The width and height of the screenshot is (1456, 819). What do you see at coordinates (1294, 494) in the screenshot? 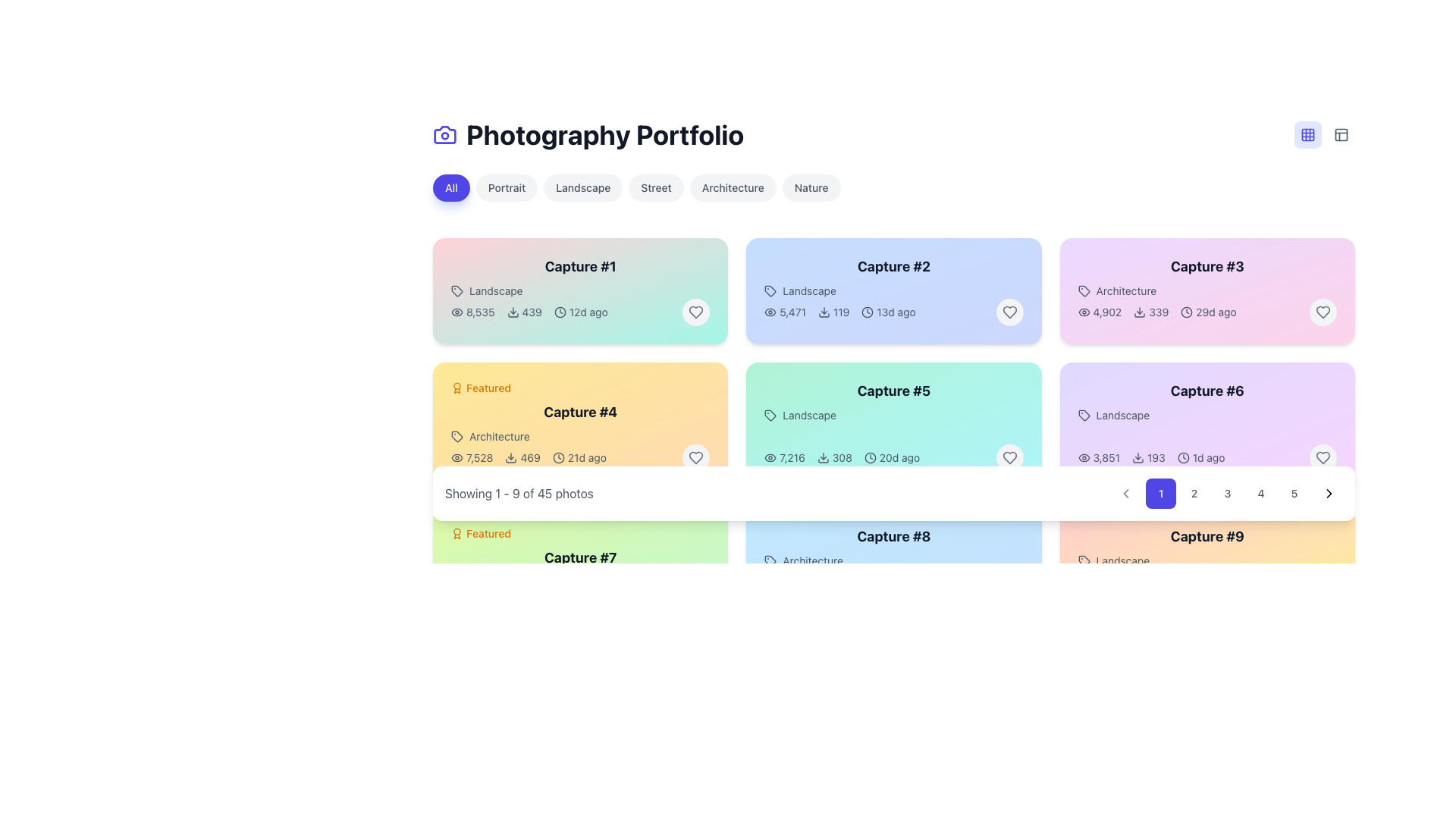
I see `the rounded square button labeled '5' with a light gray background` at bounding box center [1294, 494].